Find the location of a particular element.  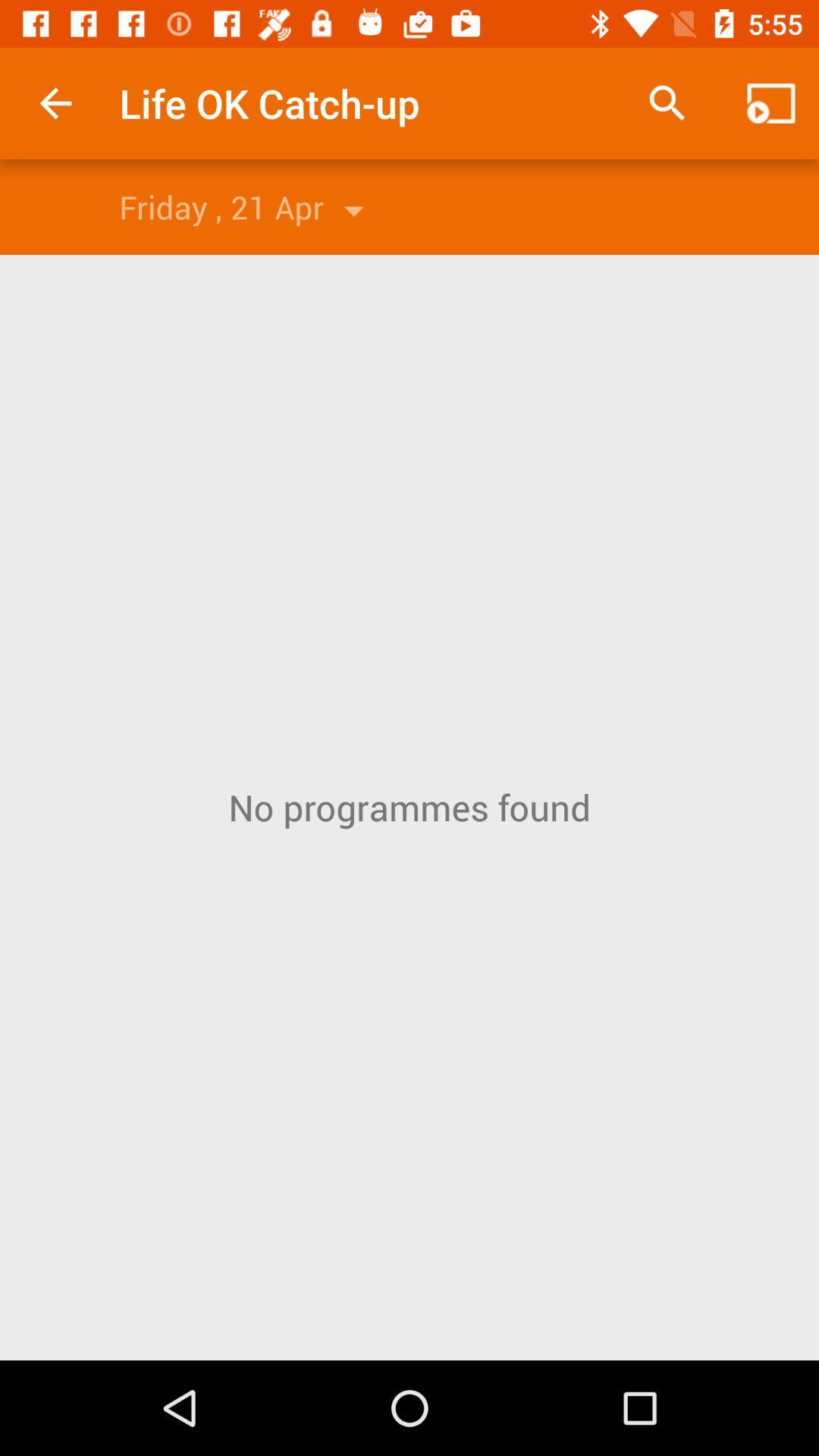

item above the no programmes found is located at coordinates (667, 102).